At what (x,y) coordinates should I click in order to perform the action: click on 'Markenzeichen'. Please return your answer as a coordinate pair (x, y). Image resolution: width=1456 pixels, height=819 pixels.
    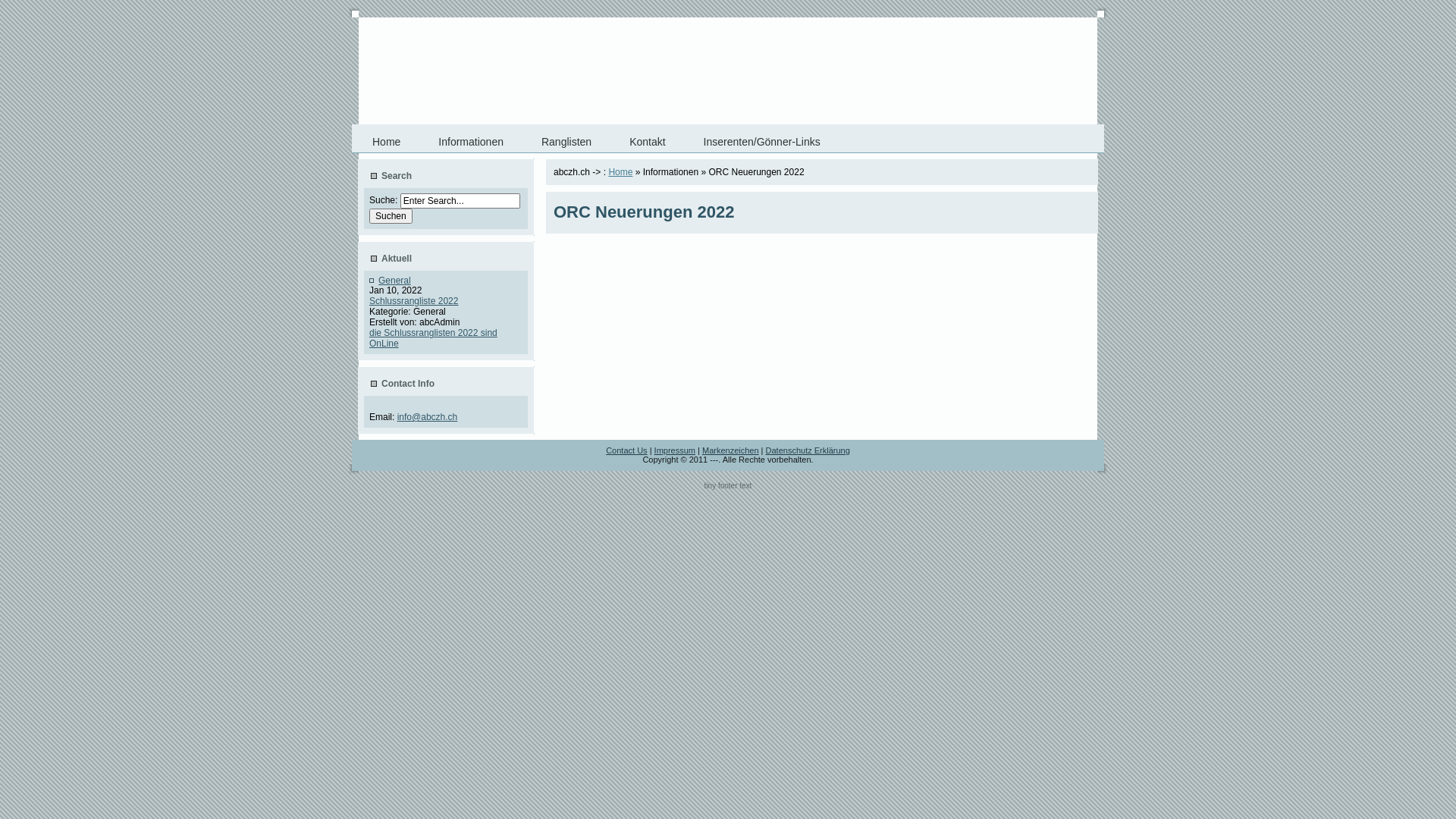
    Looking at the image, I should click on (730, 450).